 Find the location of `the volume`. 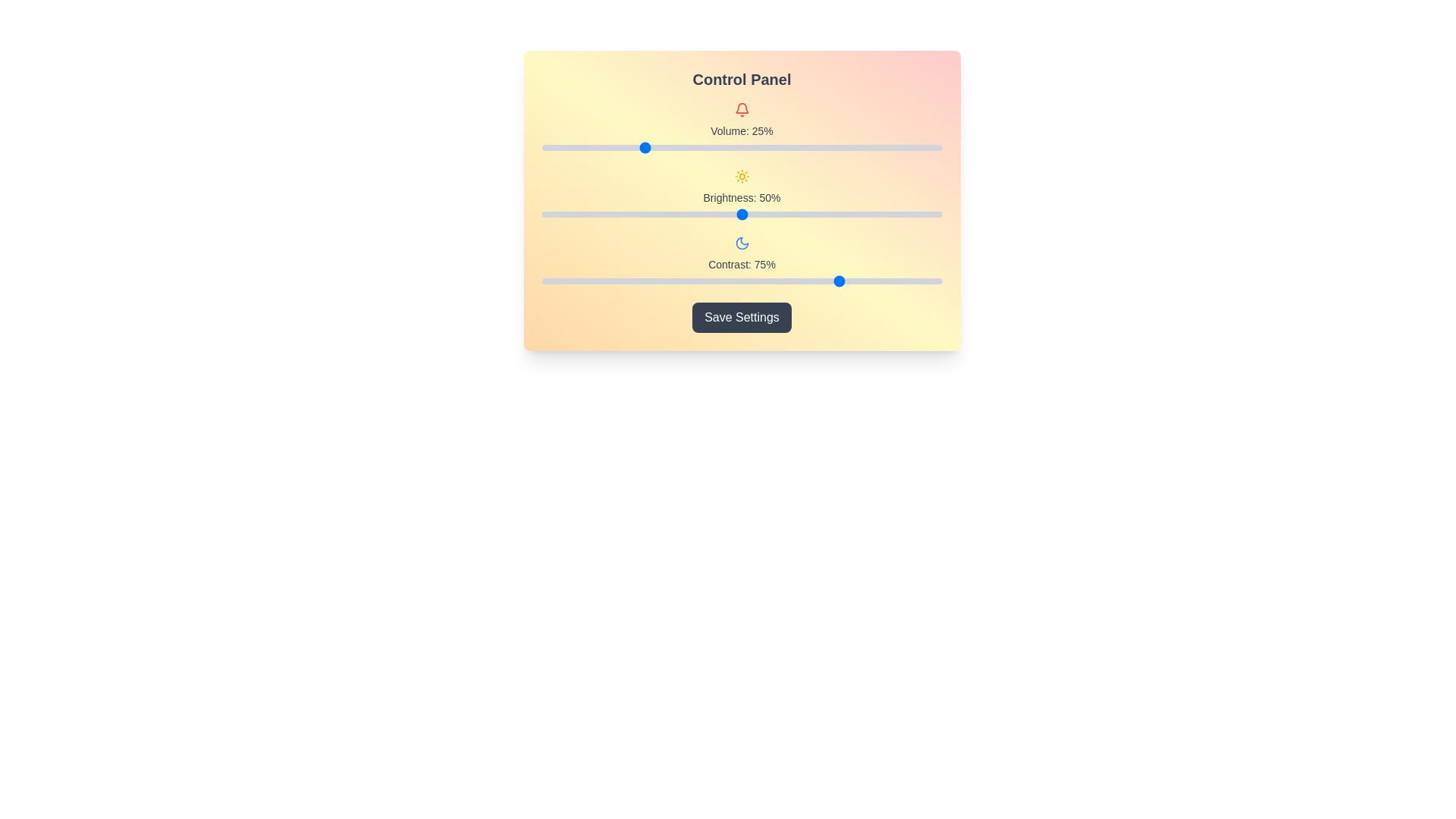

the volume is located at coordinates (654, 148).